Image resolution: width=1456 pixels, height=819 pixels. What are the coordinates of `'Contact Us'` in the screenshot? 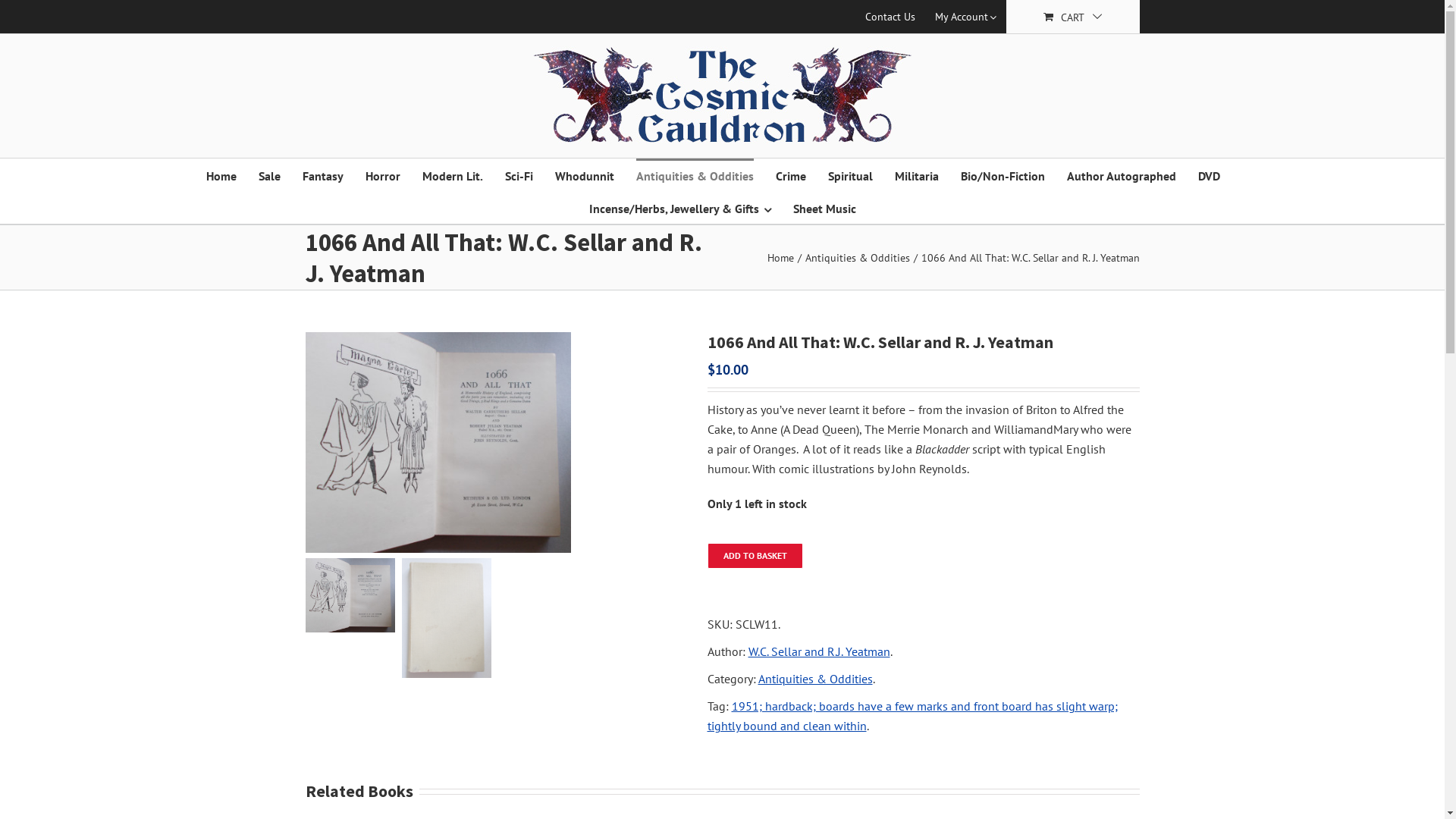 It's located at (890, 17).